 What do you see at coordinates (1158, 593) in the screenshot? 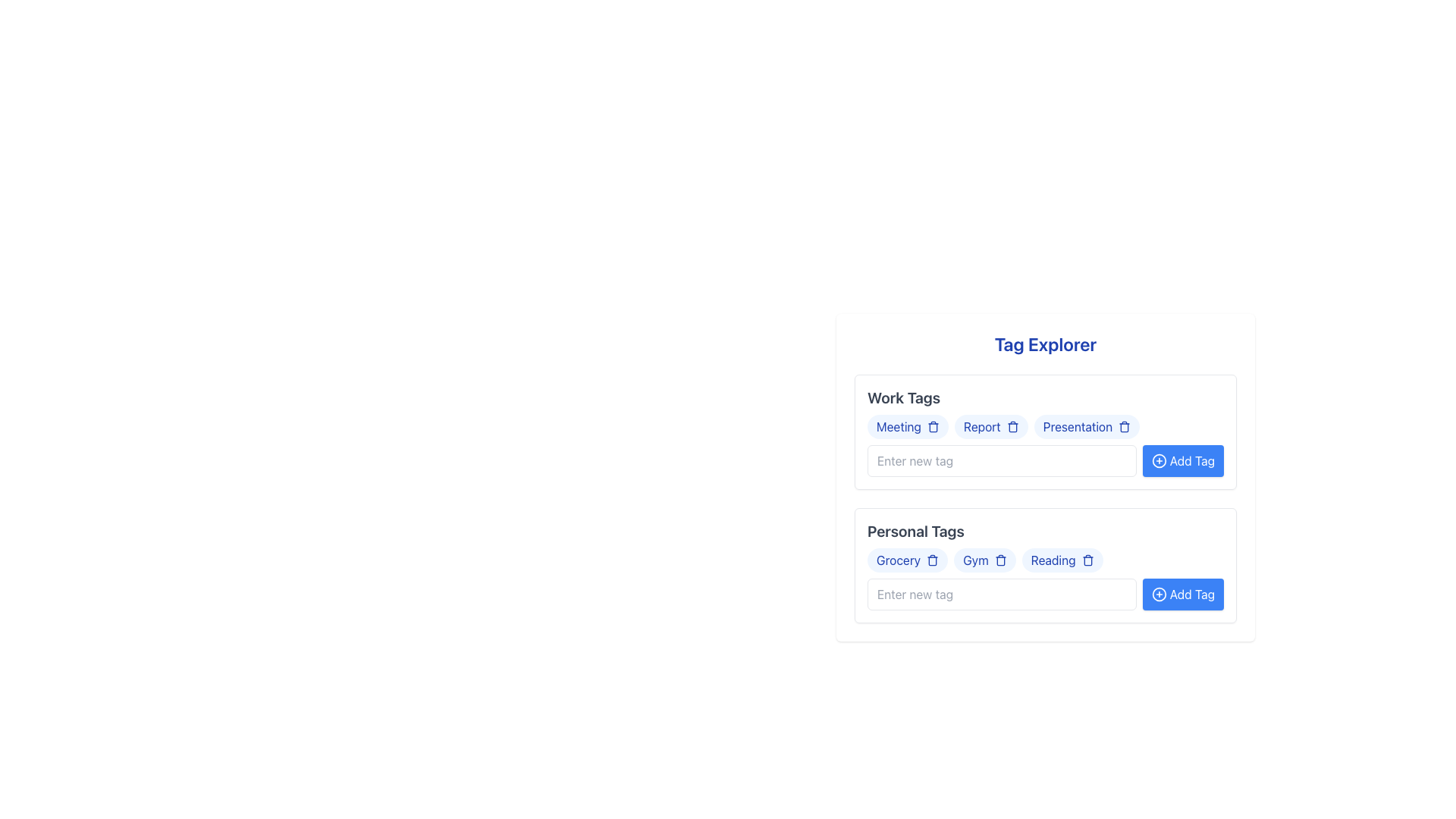
I see `the circle component of the 'Add Tag' button in the 'Personal Tags' section, which is part of an SVG graphic and visually represents an addition symbol` at bounding box center [1158, 593].